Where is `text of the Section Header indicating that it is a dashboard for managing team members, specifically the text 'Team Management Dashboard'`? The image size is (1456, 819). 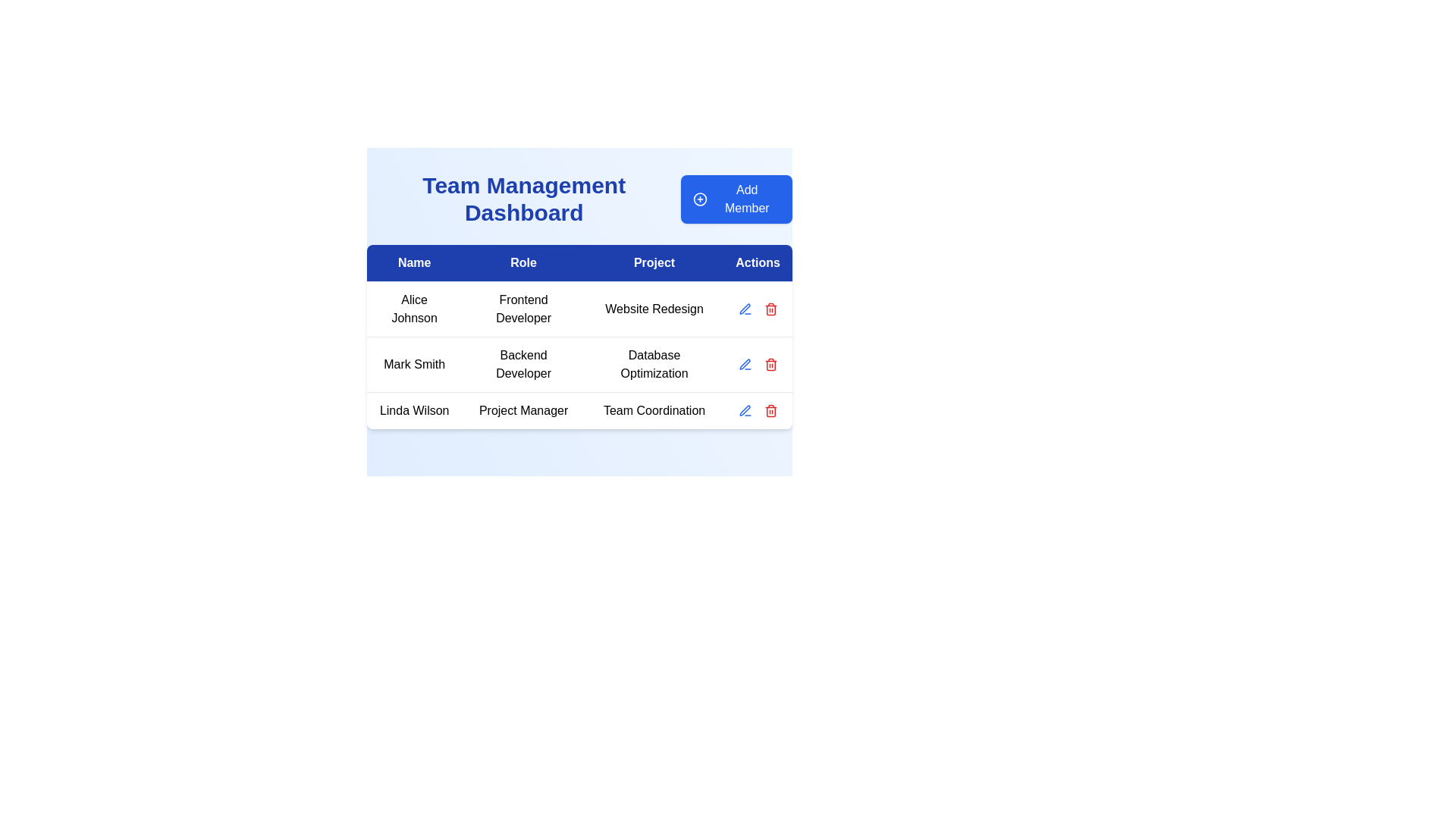
text of the Section Header indicating that it is a dashboard for managing team members, specifically the text 'Team Management Dashboard' is located at coordinates (579, 198).